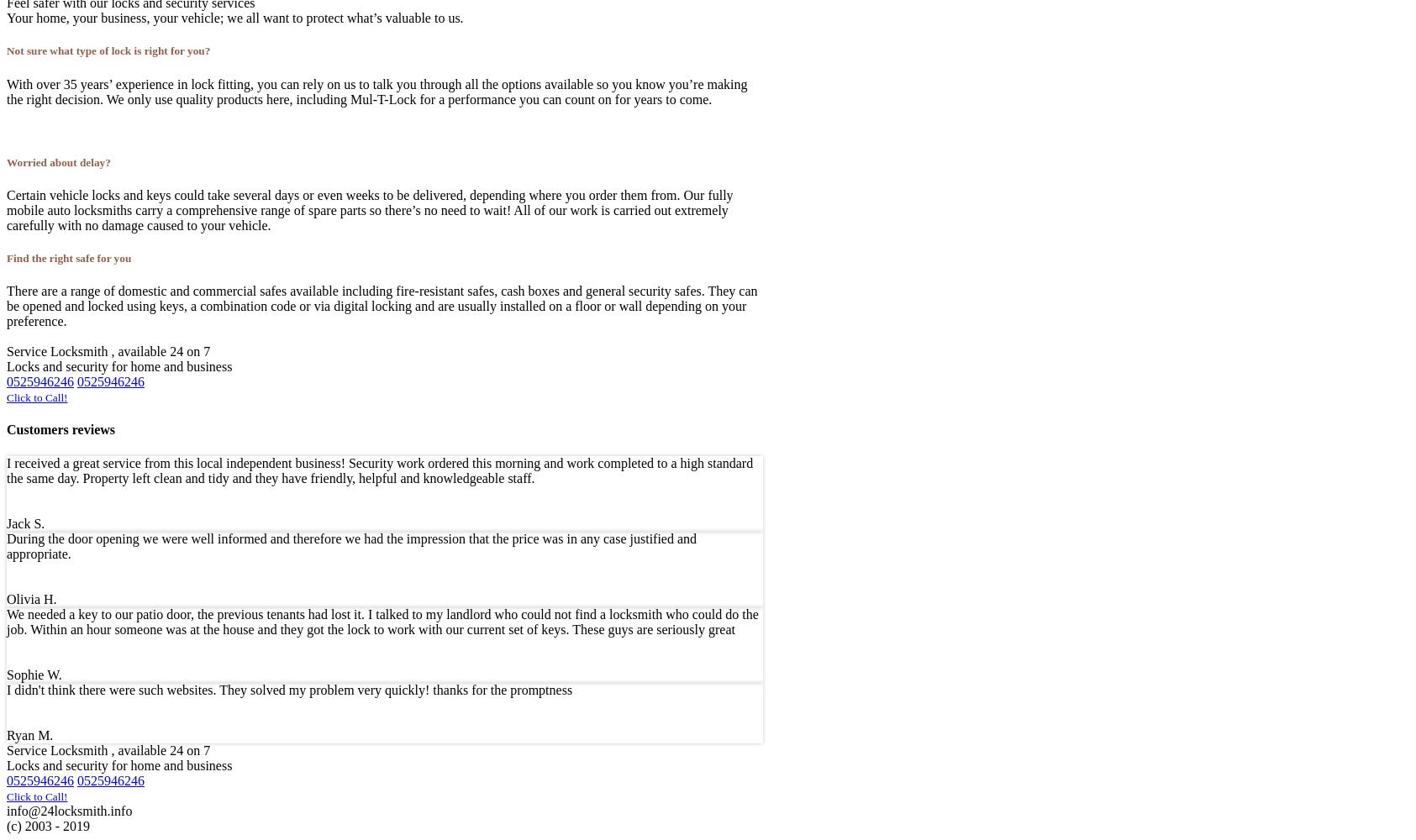 The image size is (1416, 840). What do you see at coordinates (288, 688) in the screenshot?
I see `'I didn't think there were such websites. They solved my problem very quickly! thanks for the promptness'` at bounding box center [288, 688].